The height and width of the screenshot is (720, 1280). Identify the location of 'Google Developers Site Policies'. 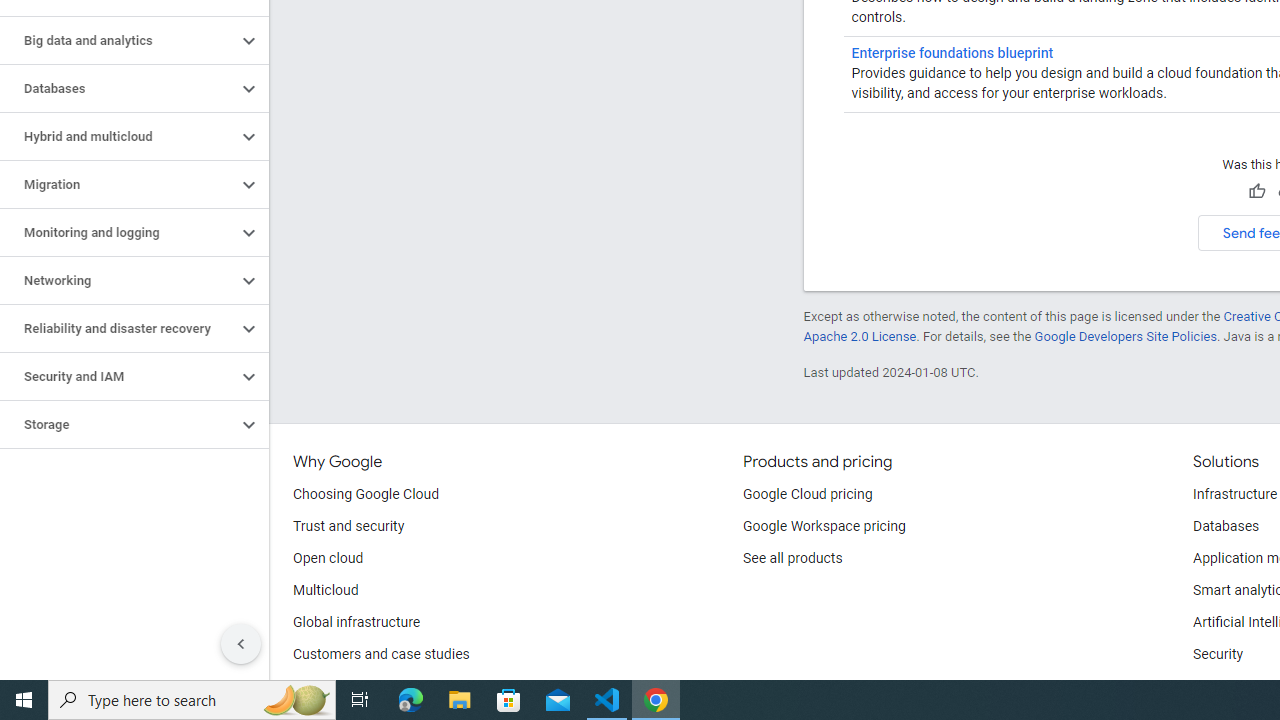
(1125, 335).